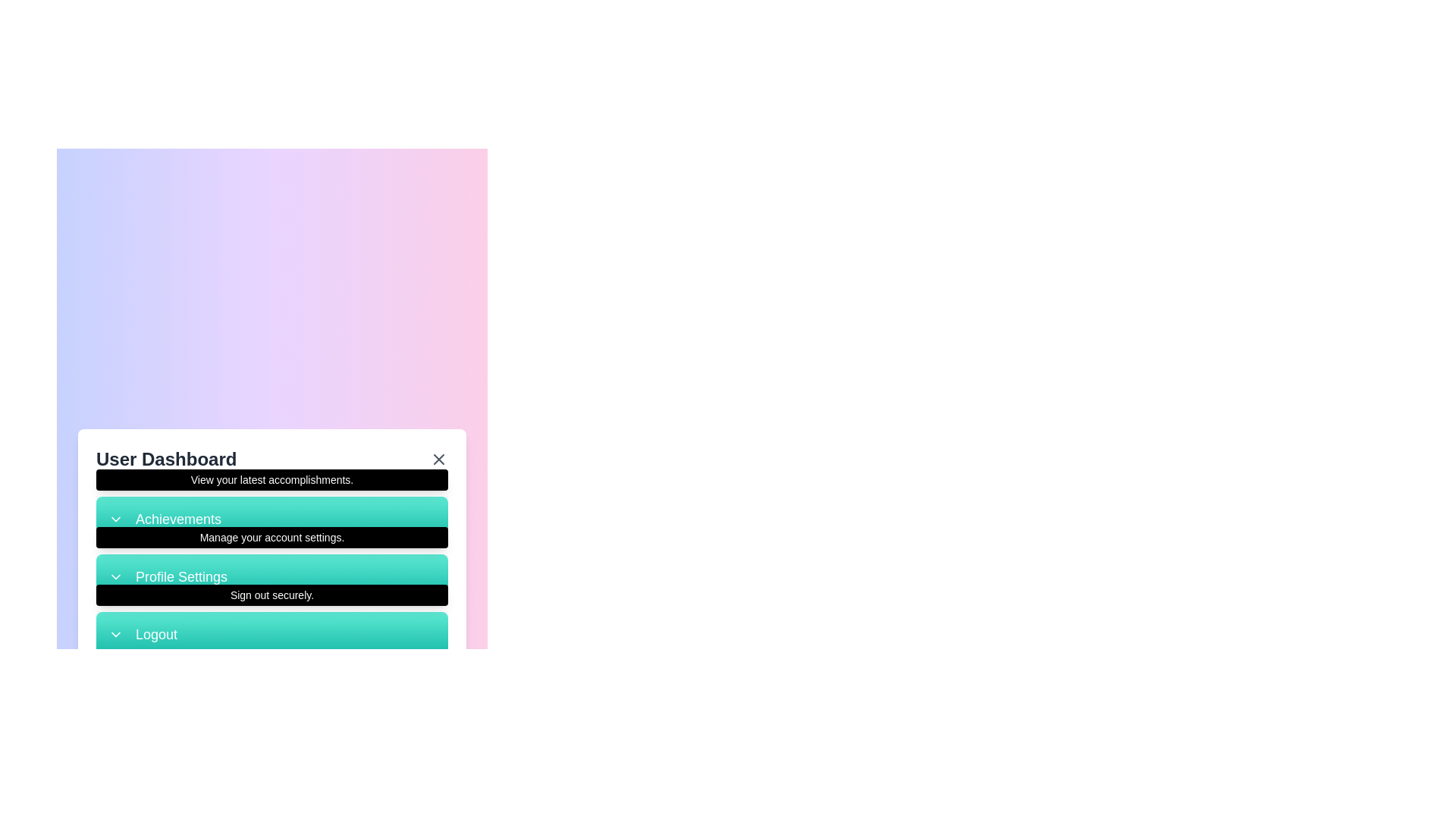 The width and height of the screenshot is (1456, 819). Describe the element at coordinates (272, 576) in the screenshot. I see `the user account settings button, which is the second item in the list positioned between 'Achievements' and 'Logout'` at that location.